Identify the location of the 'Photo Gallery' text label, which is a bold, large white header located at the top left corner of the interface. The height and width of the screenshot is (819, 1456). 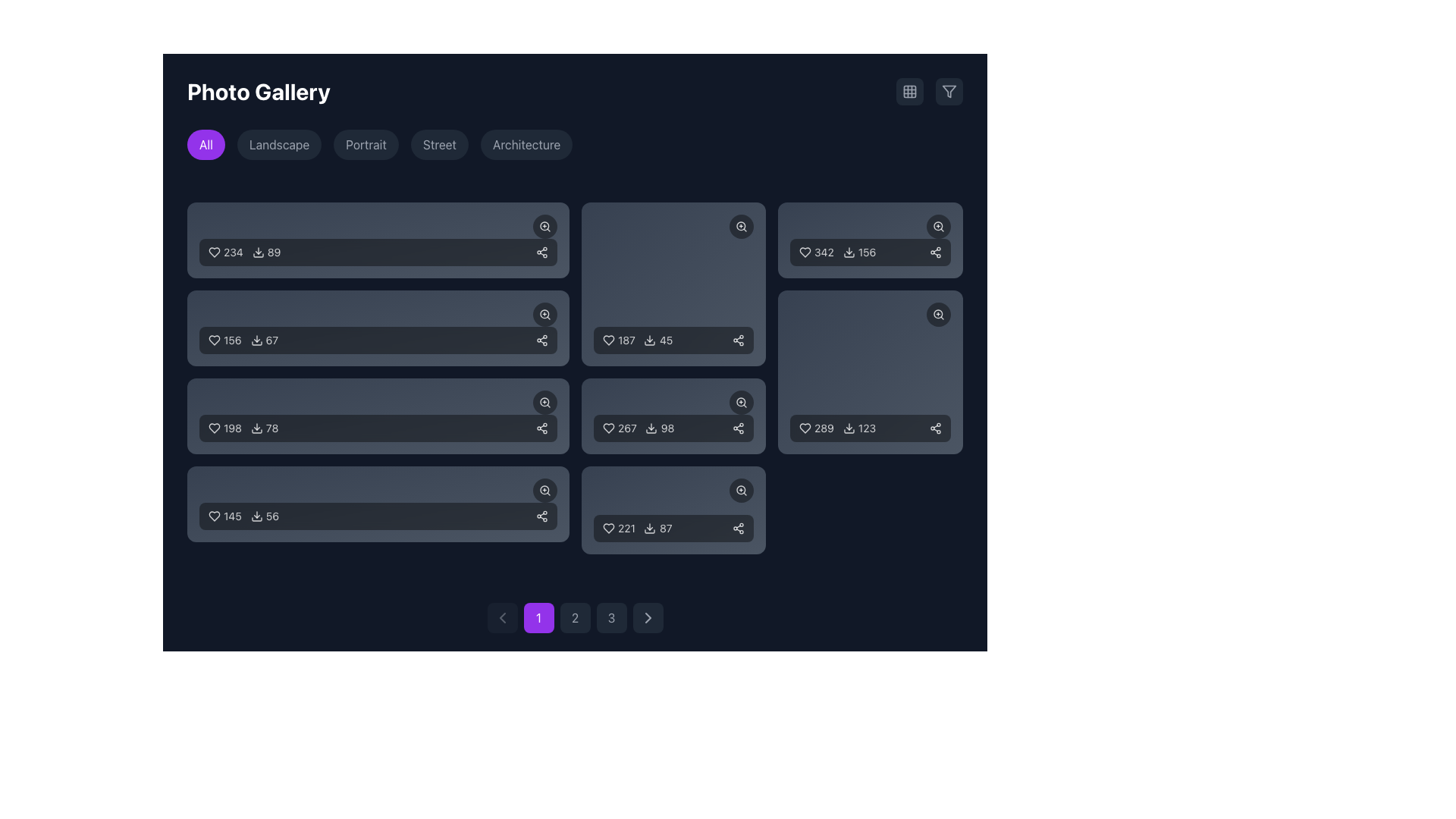
(259, 91).